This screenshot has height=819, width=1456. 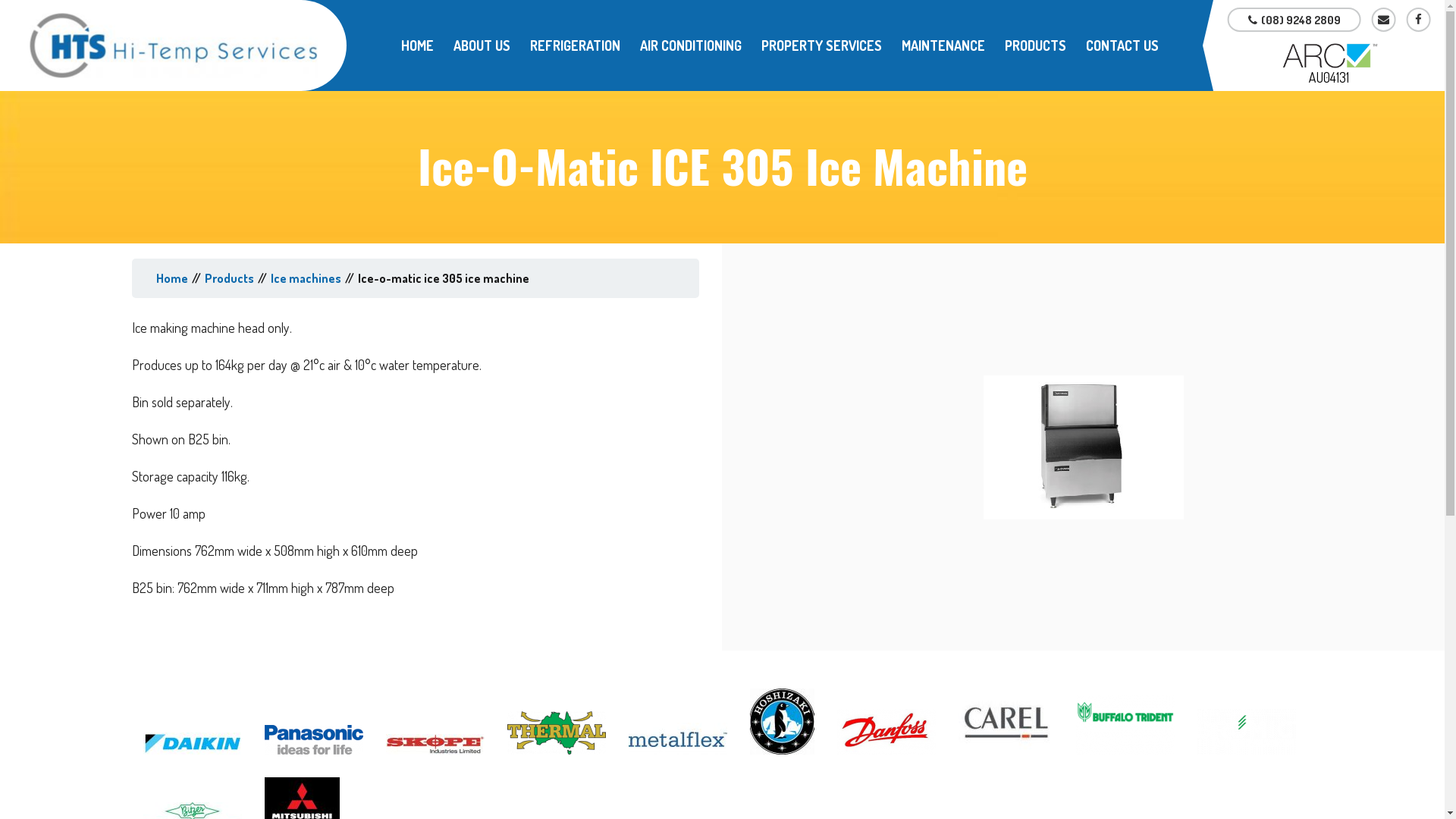 I want to click on 'products', so click(x=228, y=278).